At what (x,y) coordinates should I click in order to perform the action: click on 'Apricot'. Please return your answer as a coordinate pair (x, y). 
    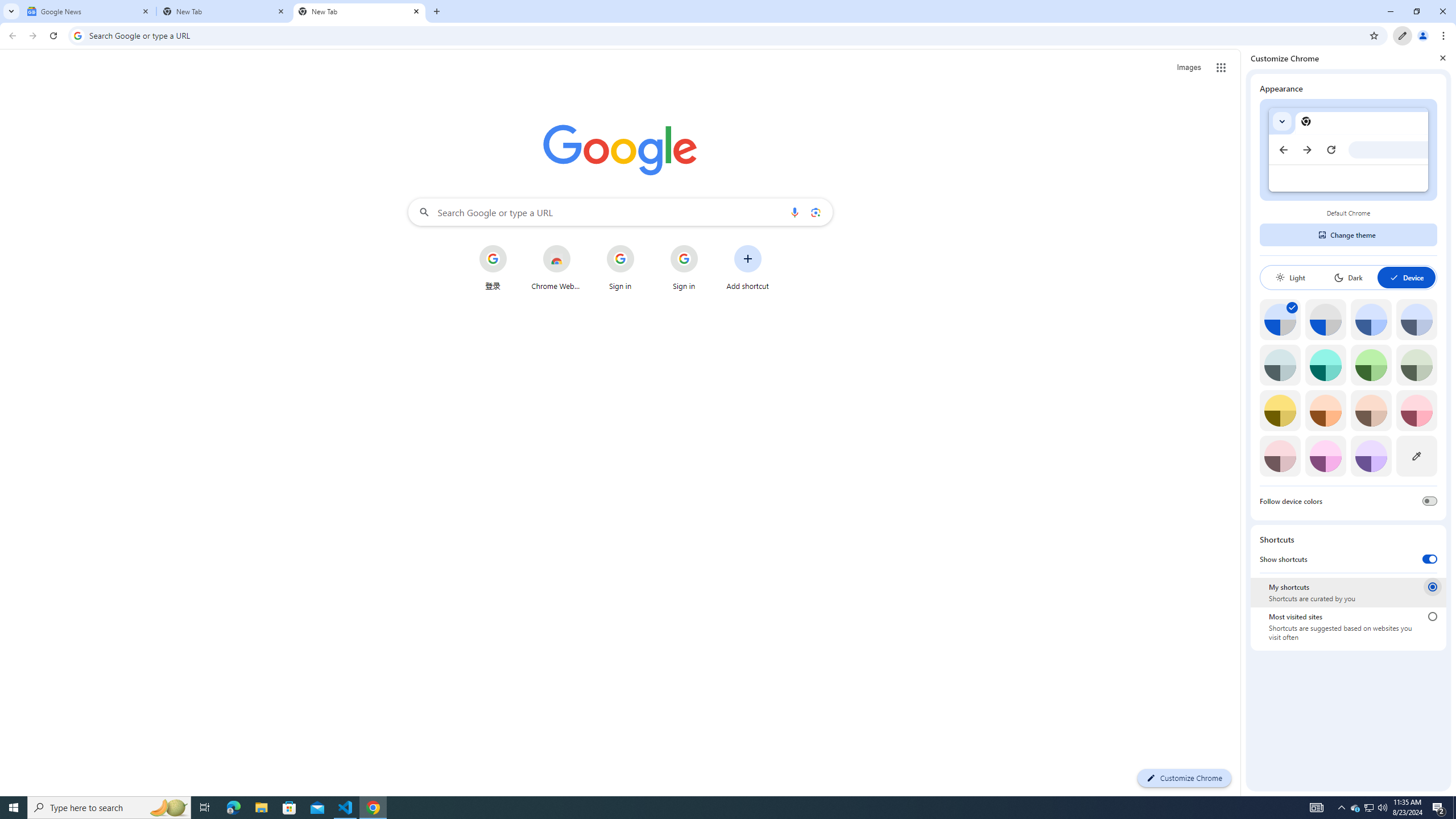
    Looking at the image, I should click on (1371, 409).